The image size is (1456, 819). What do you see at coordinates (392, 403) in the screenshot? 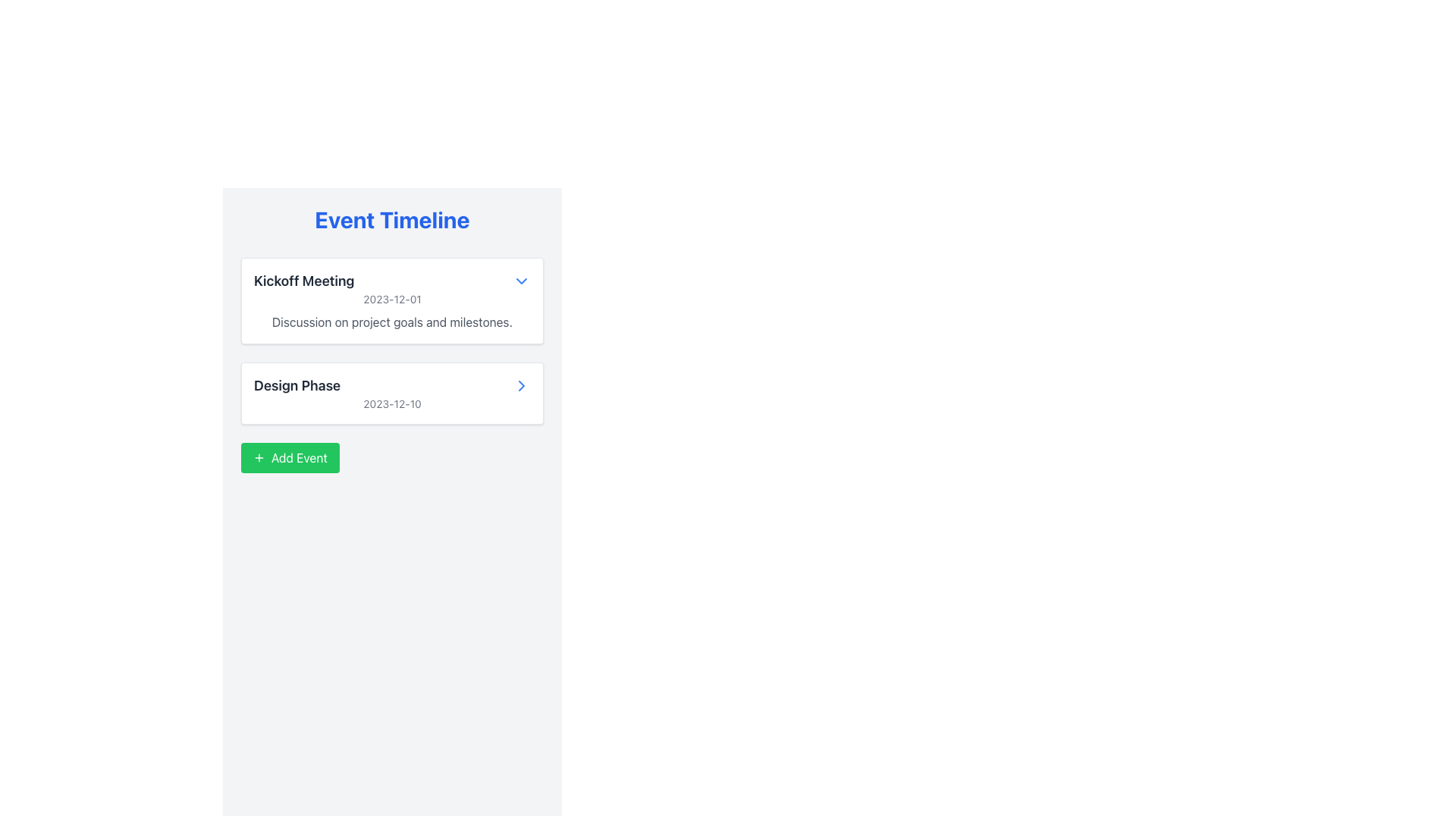
I see `the Text Label displaying the date of the 'Design Phase' event, located at the bottom of the 'Design Phase' card` at bounding box center [392, 403].